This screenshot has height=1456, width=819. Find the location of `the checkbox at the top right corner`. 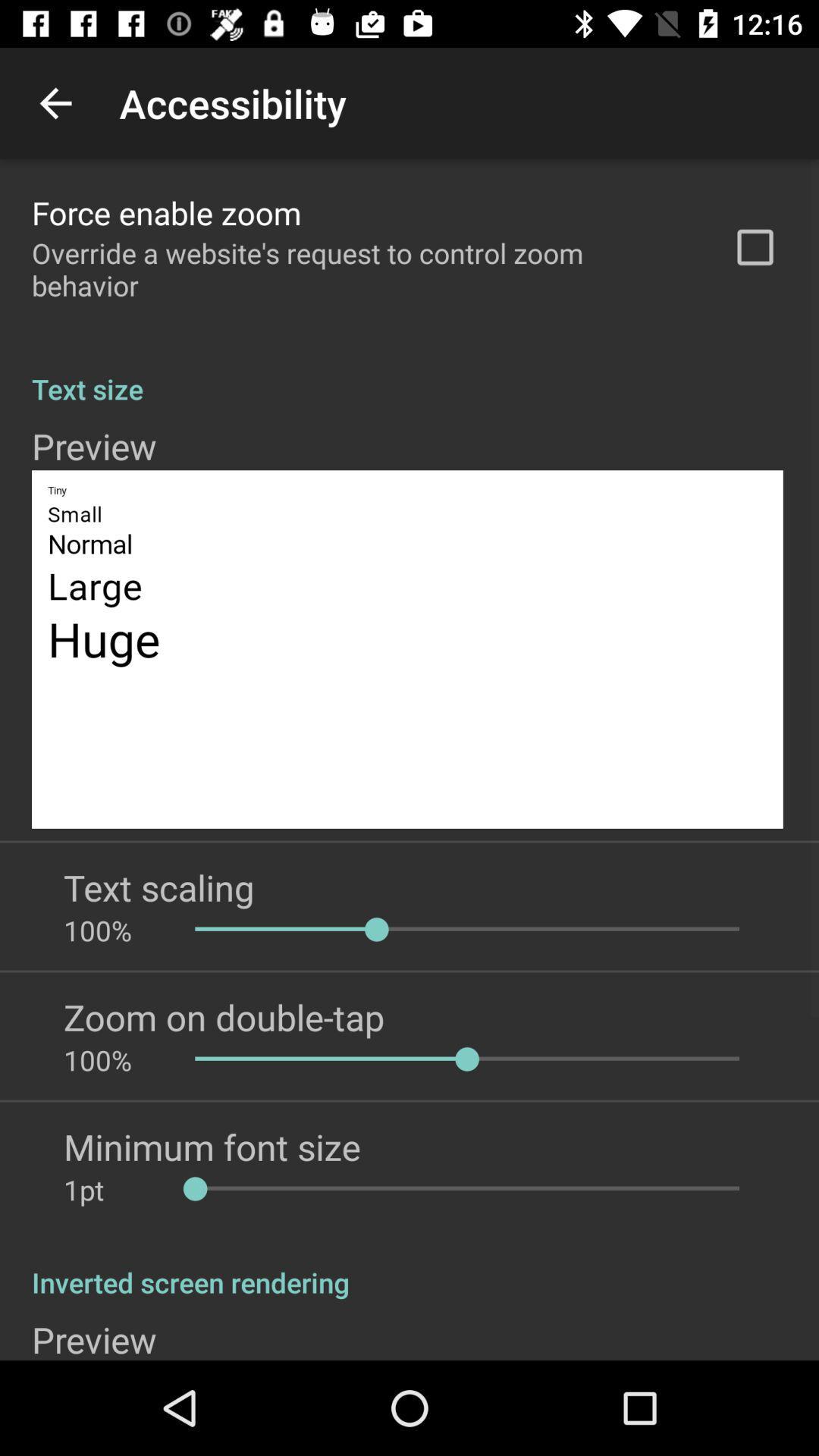

the checkbox at the top right corner is located at coordinates (755, 247).